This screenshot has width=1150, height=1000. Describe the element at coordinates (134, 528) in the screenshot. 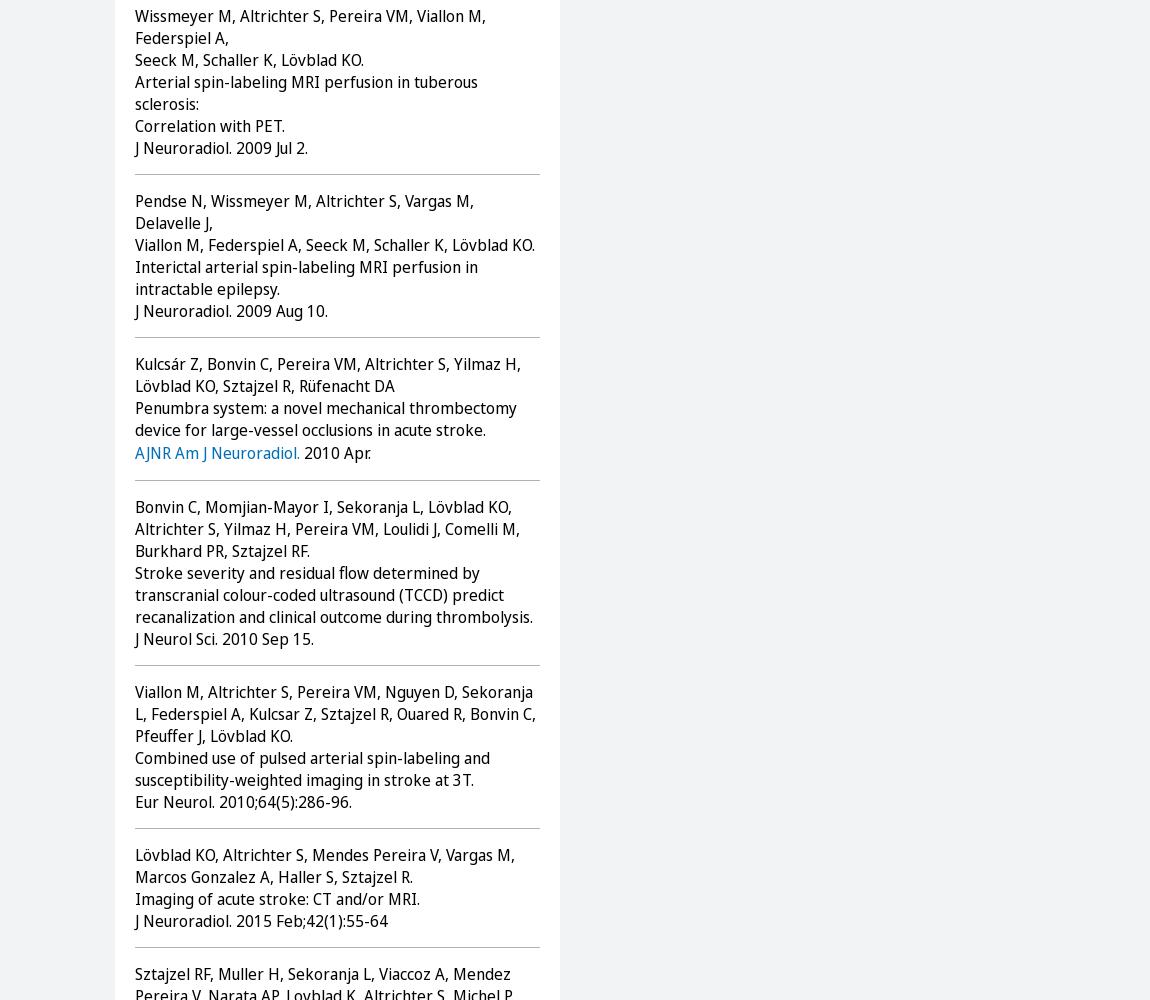

I see `'Bonvin C, Momjian-Mayor I, Sekoranja L, Lövblad KO, Altrichter S, Yilmaz H, Pereira VM, Loulidi J, Comelli M, Burkhard PR, Sztajzel RF.'` at that location.